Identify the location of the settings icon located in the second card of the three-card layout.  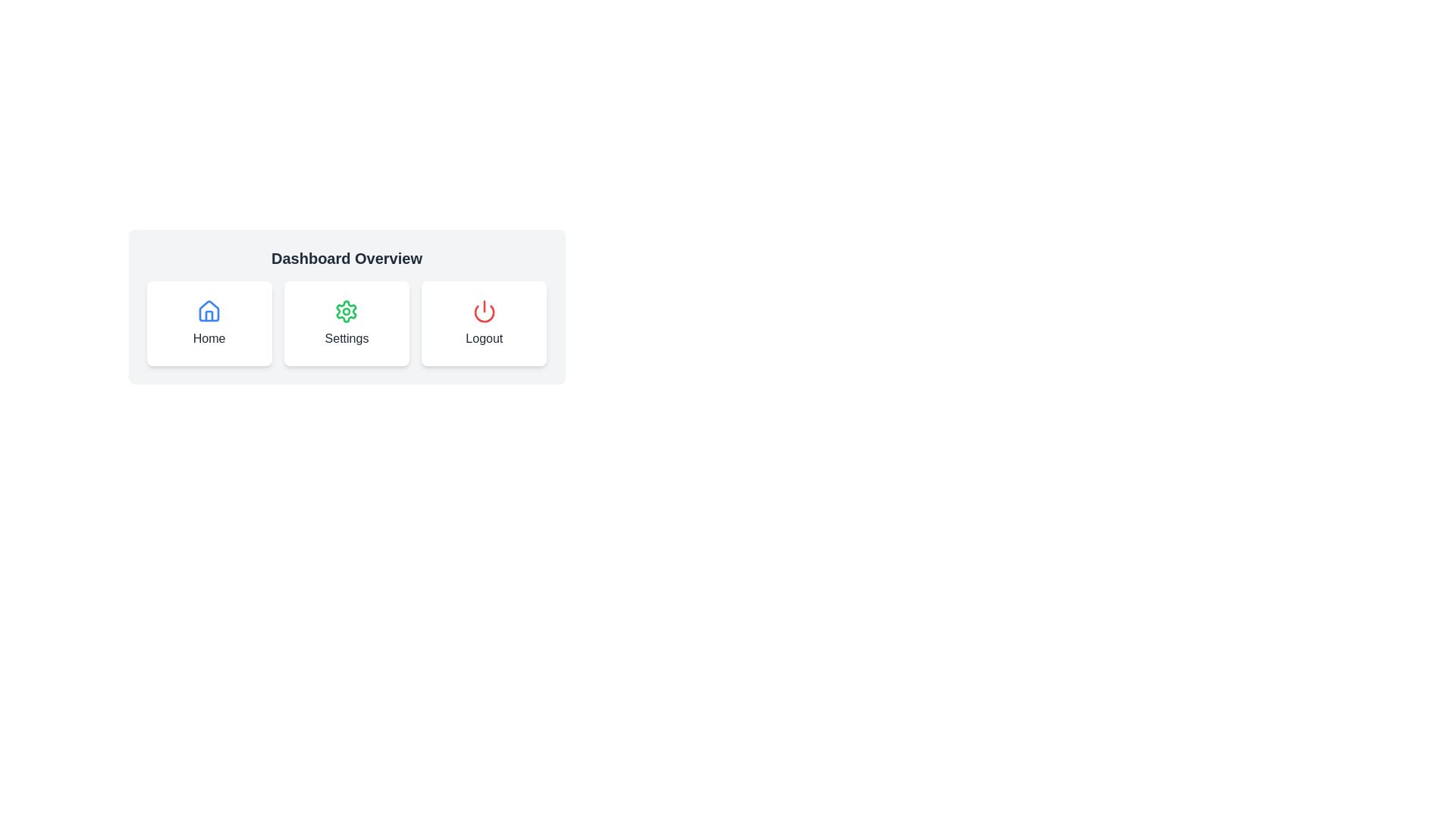
(346, 311).